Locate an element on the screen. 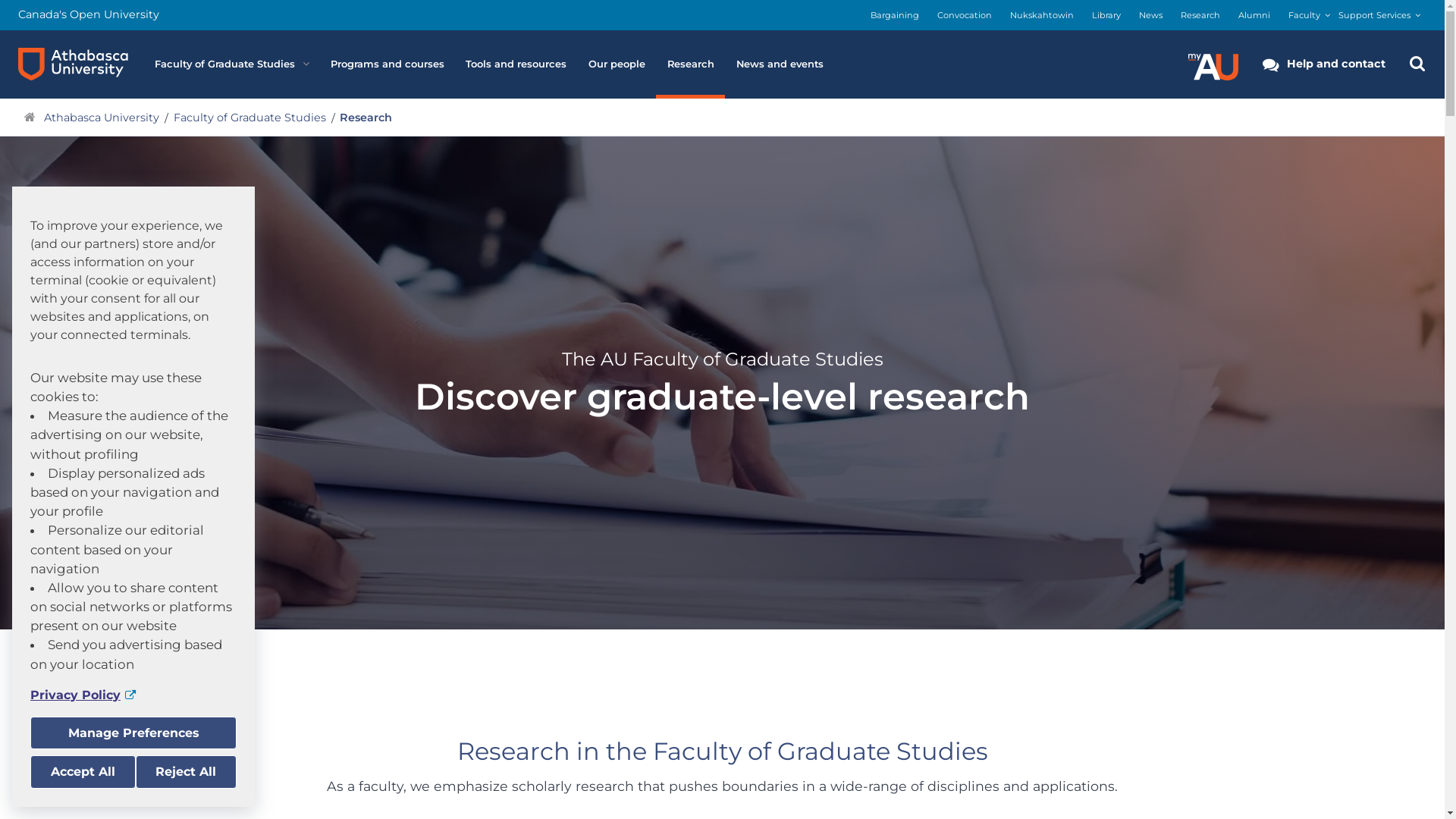 The width and height of the screenshot is (1456, 819). 'Nukskahtowin' is located at coordinates (1040, 15).